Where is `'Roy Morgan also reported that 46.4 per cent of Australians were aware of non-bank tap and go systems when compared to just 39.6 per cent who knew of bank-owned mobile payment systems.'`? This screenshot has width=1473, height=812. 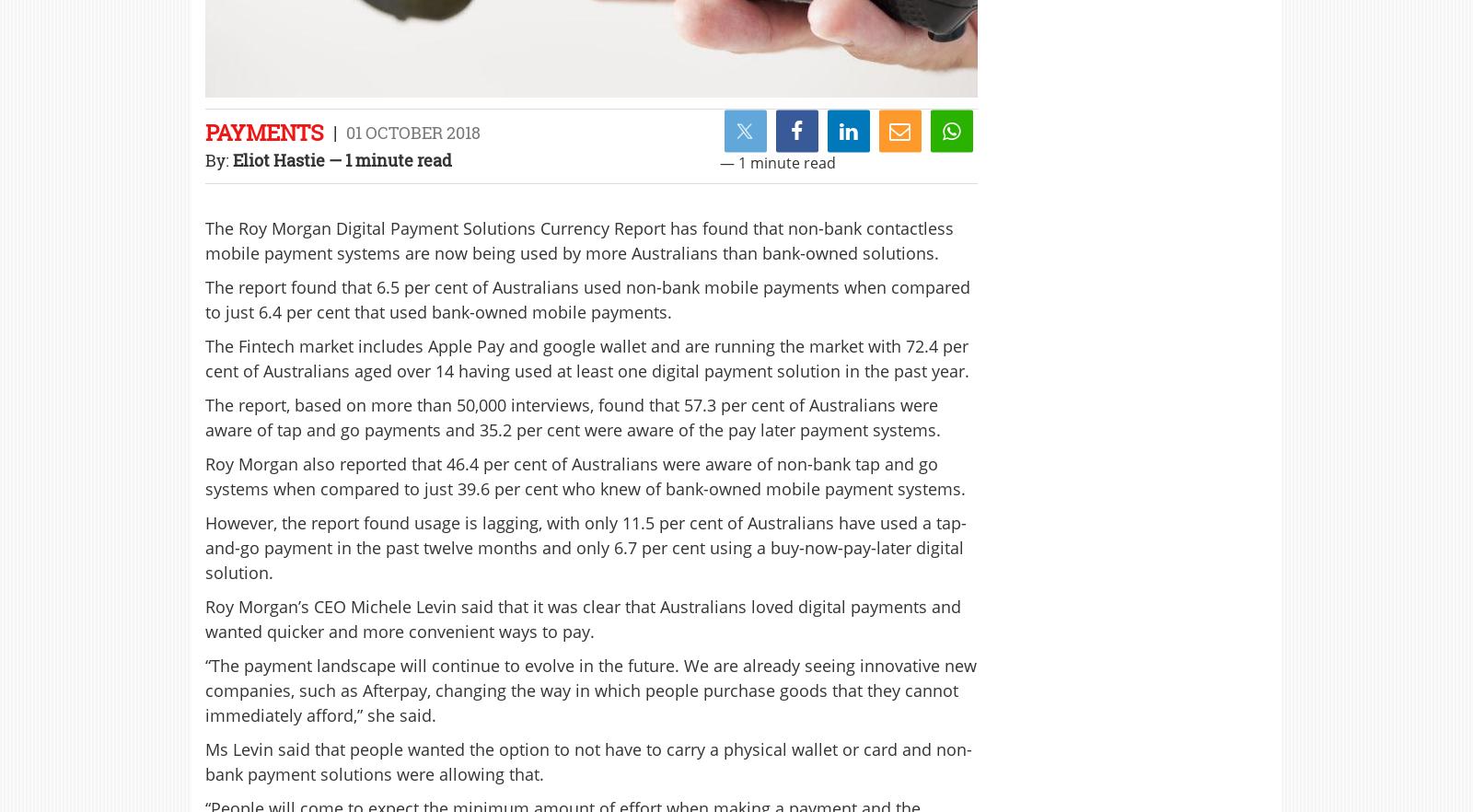
'Roy Morgan also reported that 46.4 per cent of Australians were aware of non-bank tap and go systems when compared to just 39.6 per cent who knew of bank-owned mobile payment systems.' is located at coordinates (205, 476).